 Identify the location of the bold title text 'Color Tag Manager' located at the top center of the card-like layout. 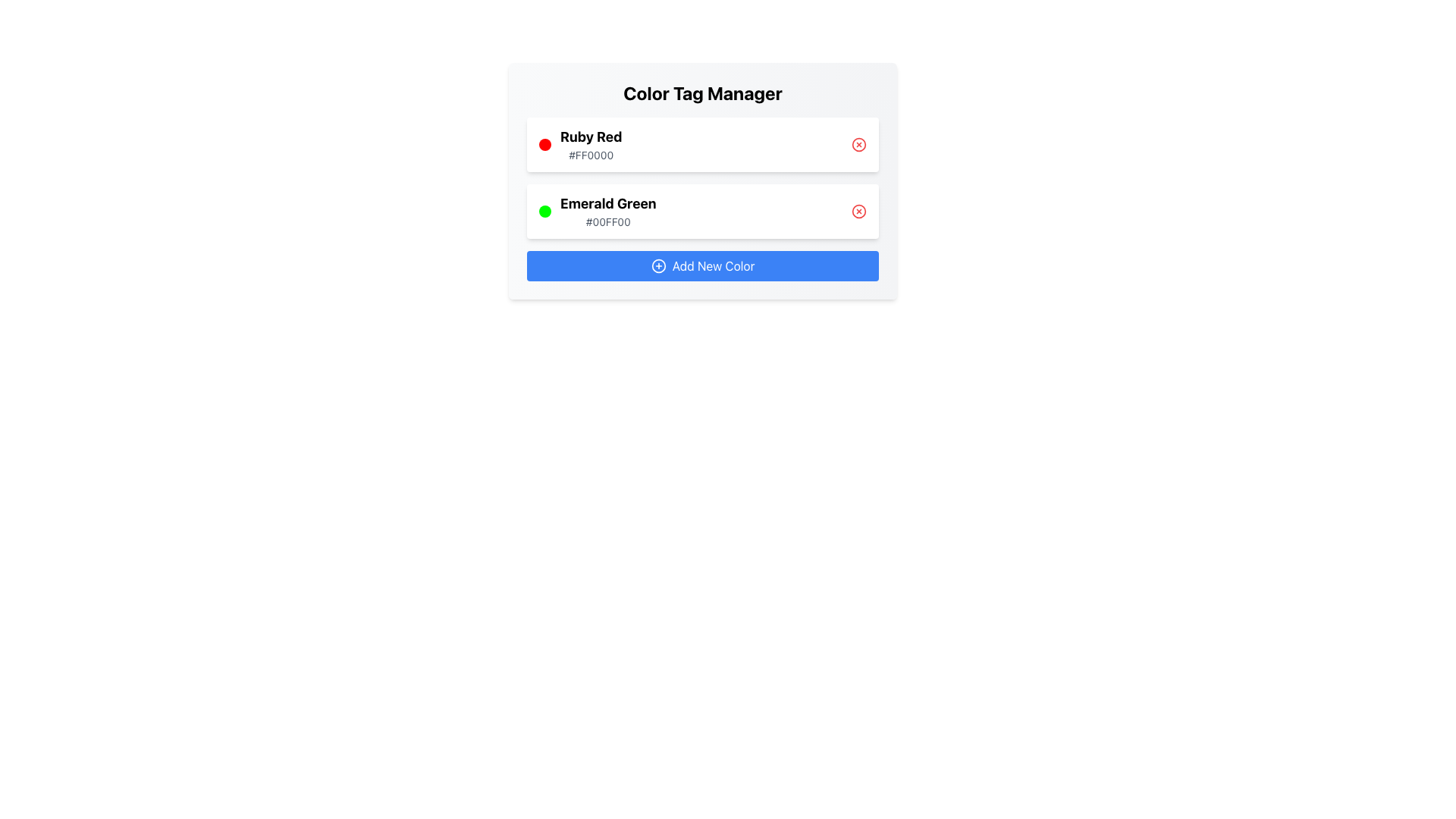
(701, 93).